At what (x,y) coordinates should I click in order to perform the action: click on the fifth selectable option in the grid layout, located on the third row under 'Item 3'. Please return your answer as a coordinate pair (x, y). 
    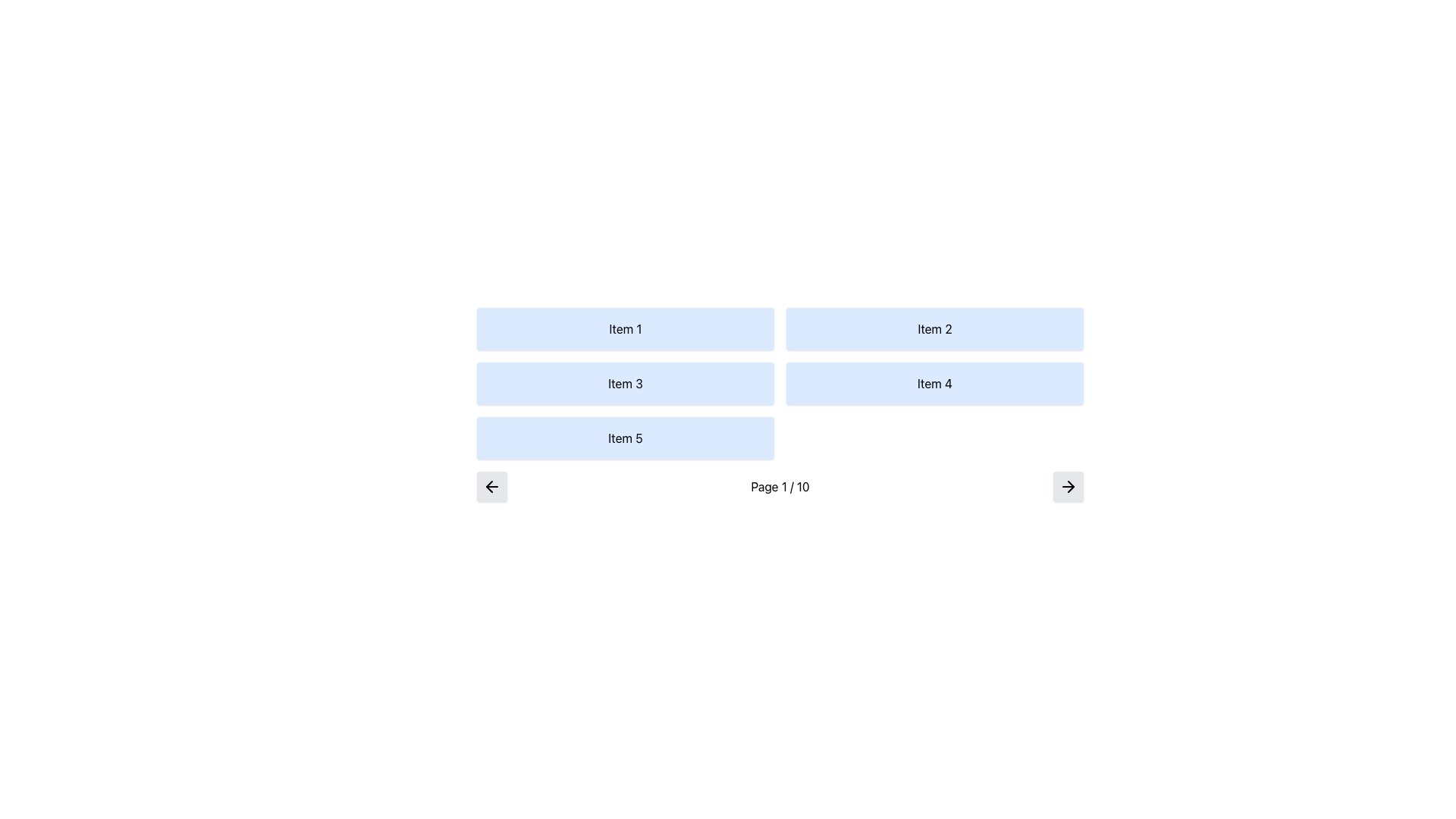
    Looking at the image, I should click on (626, 438).